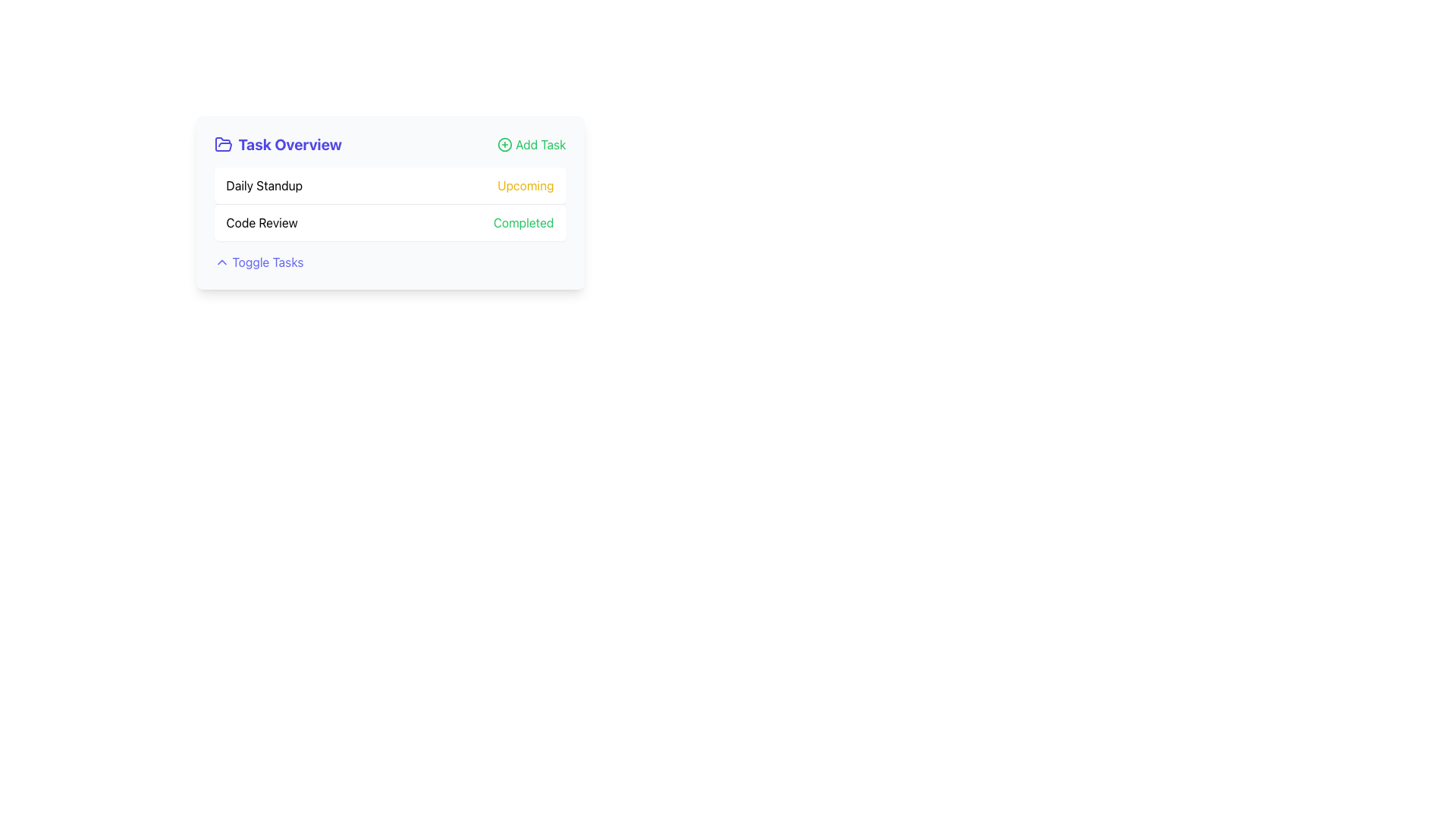 The image size is (1456, 819). What do you see at coordinates (264, 185) in the screenshot?
I see `the 'Daily Standup' label, which displays in bold black font within a white rectangular area, indicating an upcoming event in the task list` at bounding box center [264, 185].